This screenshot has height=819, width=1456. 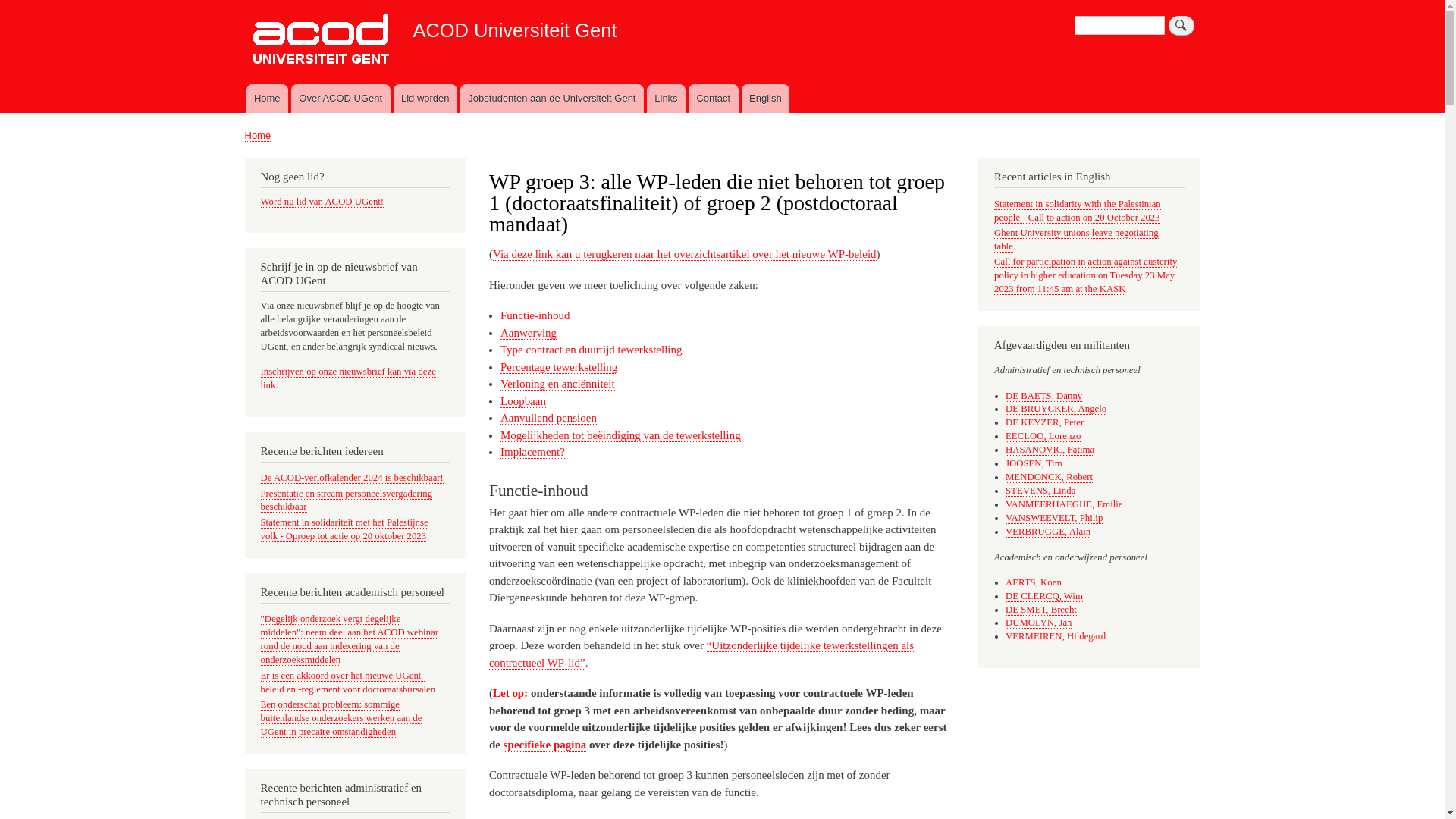 I want to click on 'Type contract en duurtijd tewerkstelling', so click(x=590, y=350).